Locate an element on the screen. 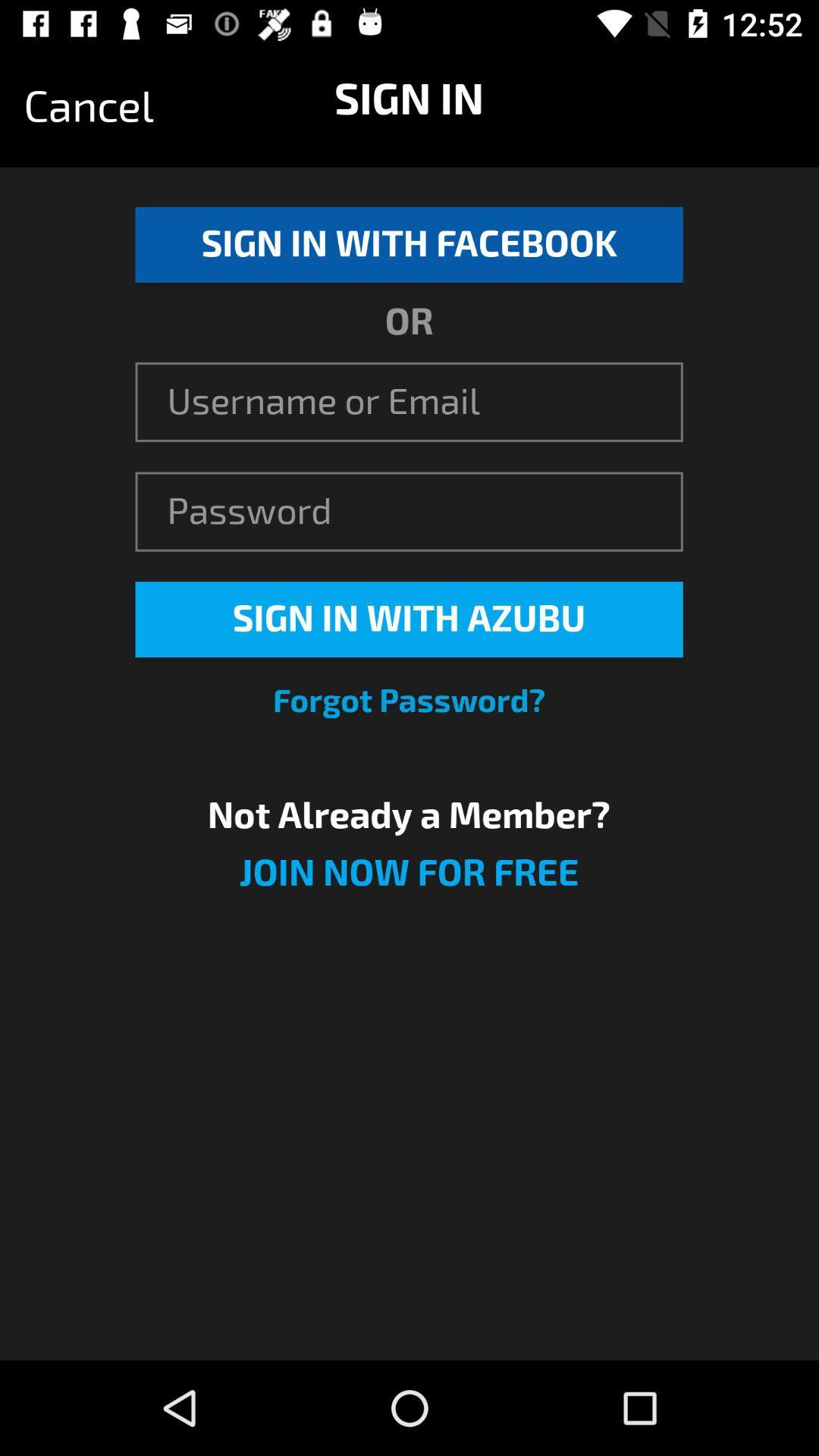  the item below sign in with is located at coordinates (408, 701).